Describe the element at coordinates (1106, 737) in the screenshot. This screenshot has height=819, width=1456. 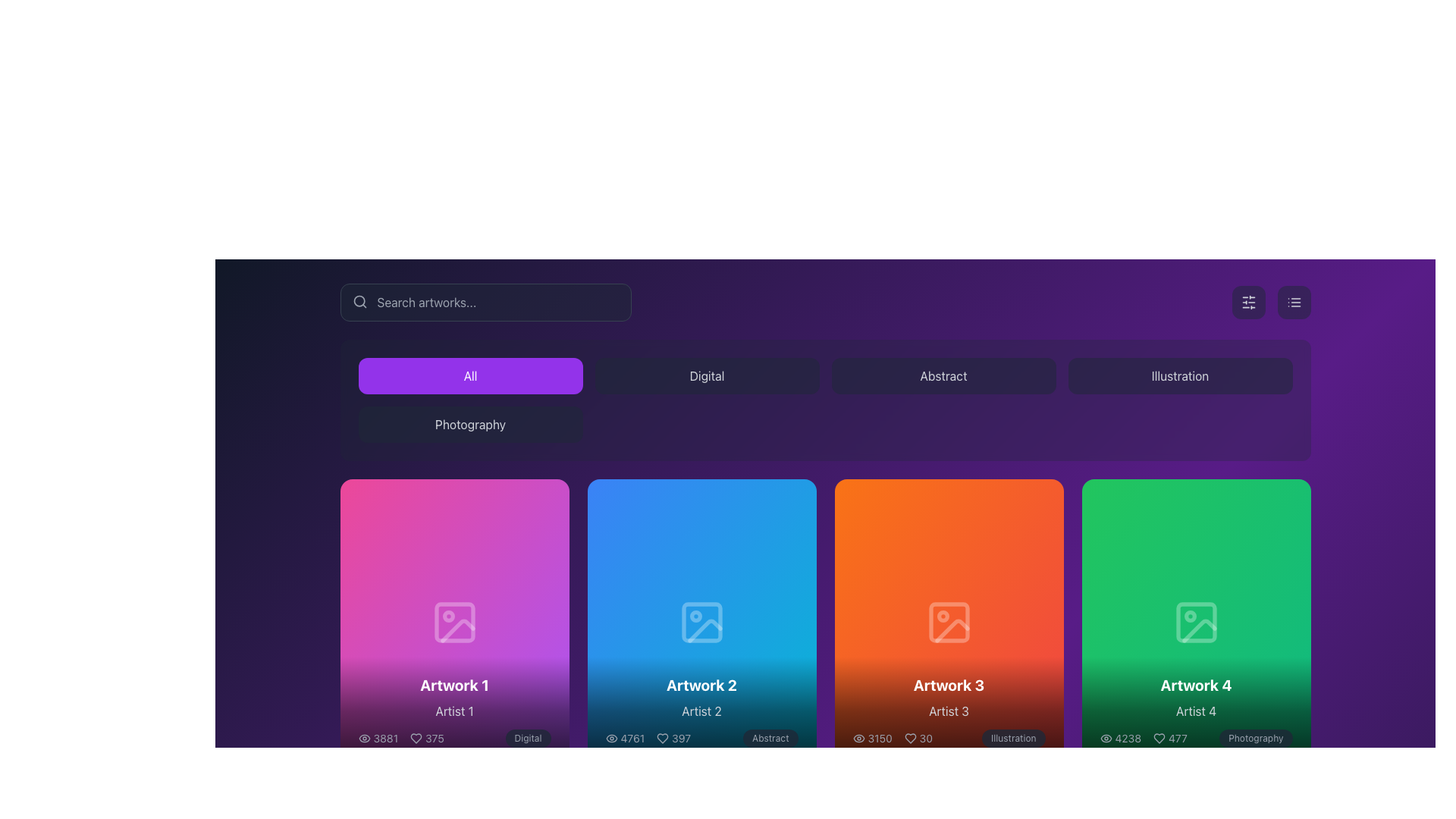
I see `the small, eye-shaped icon located at the bottom of the 'Artwork 4' card` at that location.